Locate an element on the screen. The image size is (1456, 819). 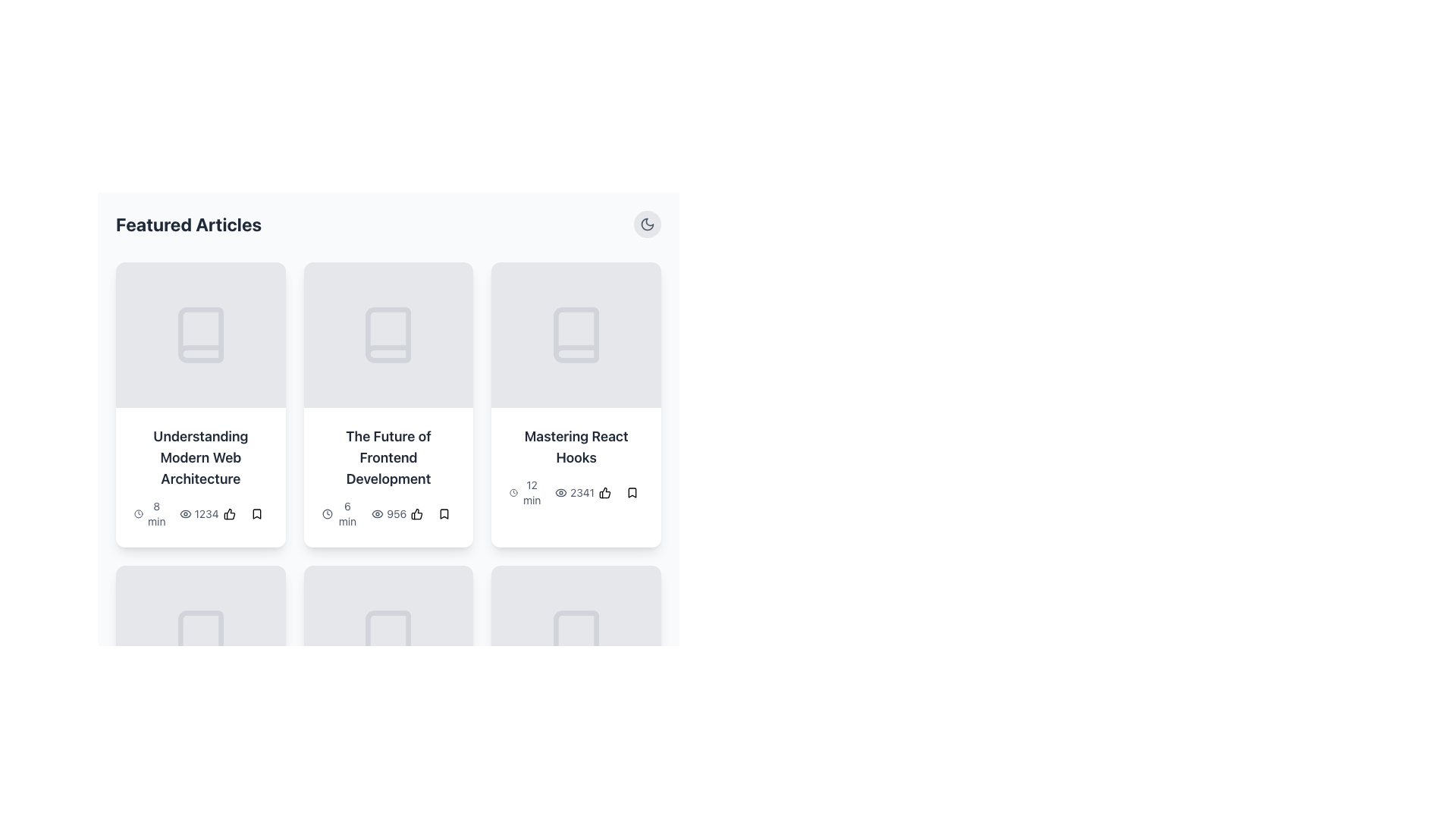
the 'like' button located in the footer of the card titled 'The Future of Frontend Development', positioned to the right of the view count label displaying '956' is located at coordinates (417, 513).